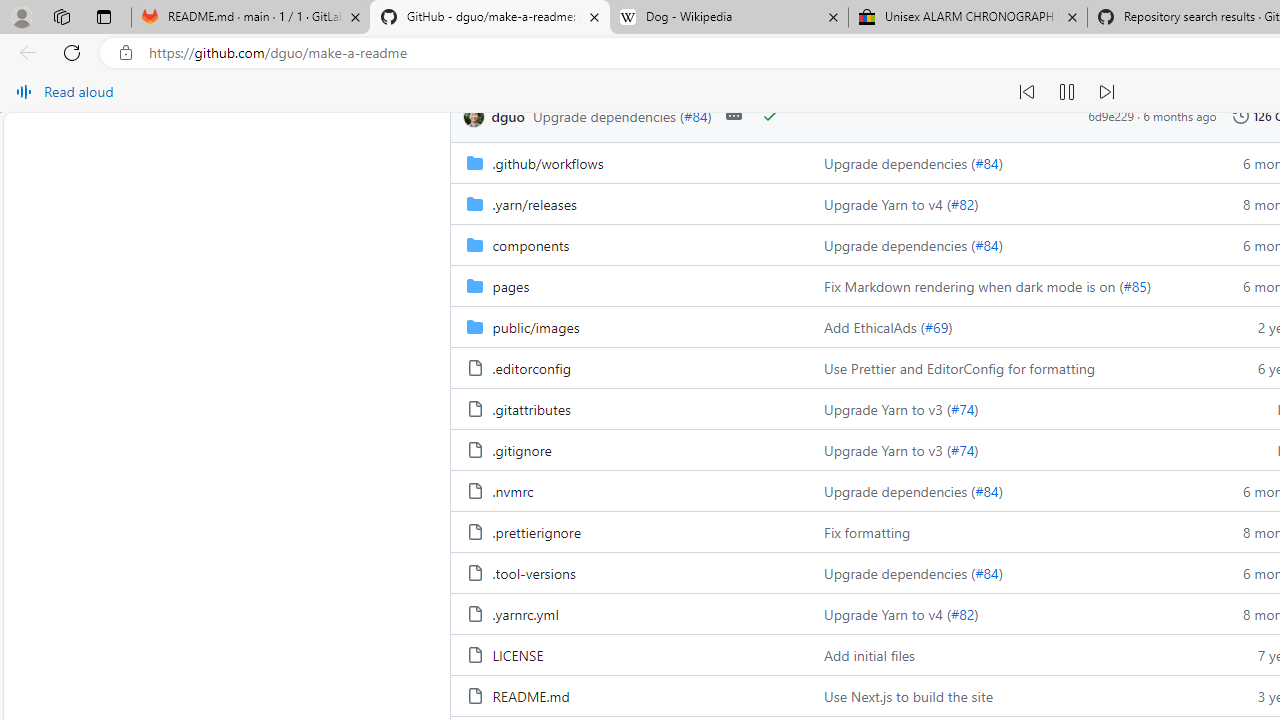 Image resolution: width=1280 pixels, height=720 pixels. I want to click on 'Commit 6d9e229', so click(1110, 116).